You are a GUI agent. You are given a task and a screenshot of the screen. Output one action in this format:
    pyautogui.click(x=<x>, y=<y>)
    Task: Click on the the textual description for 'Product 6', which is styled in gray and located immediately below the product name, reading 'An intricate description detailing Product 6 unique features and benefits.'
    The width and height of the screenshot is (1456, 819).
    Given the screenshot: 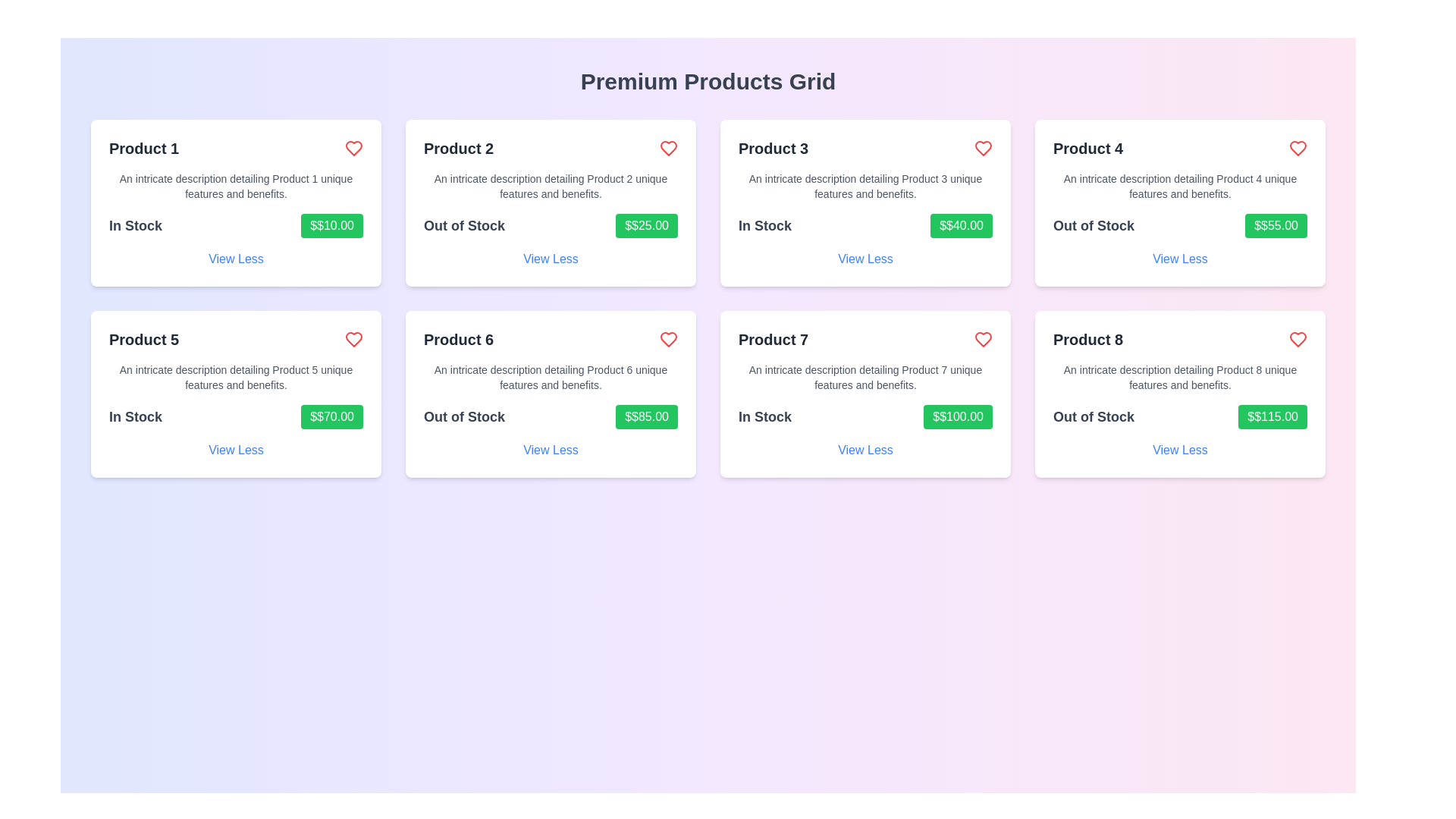 What is the action you would take?
    pyautogui.click(x=550, y=376)
    